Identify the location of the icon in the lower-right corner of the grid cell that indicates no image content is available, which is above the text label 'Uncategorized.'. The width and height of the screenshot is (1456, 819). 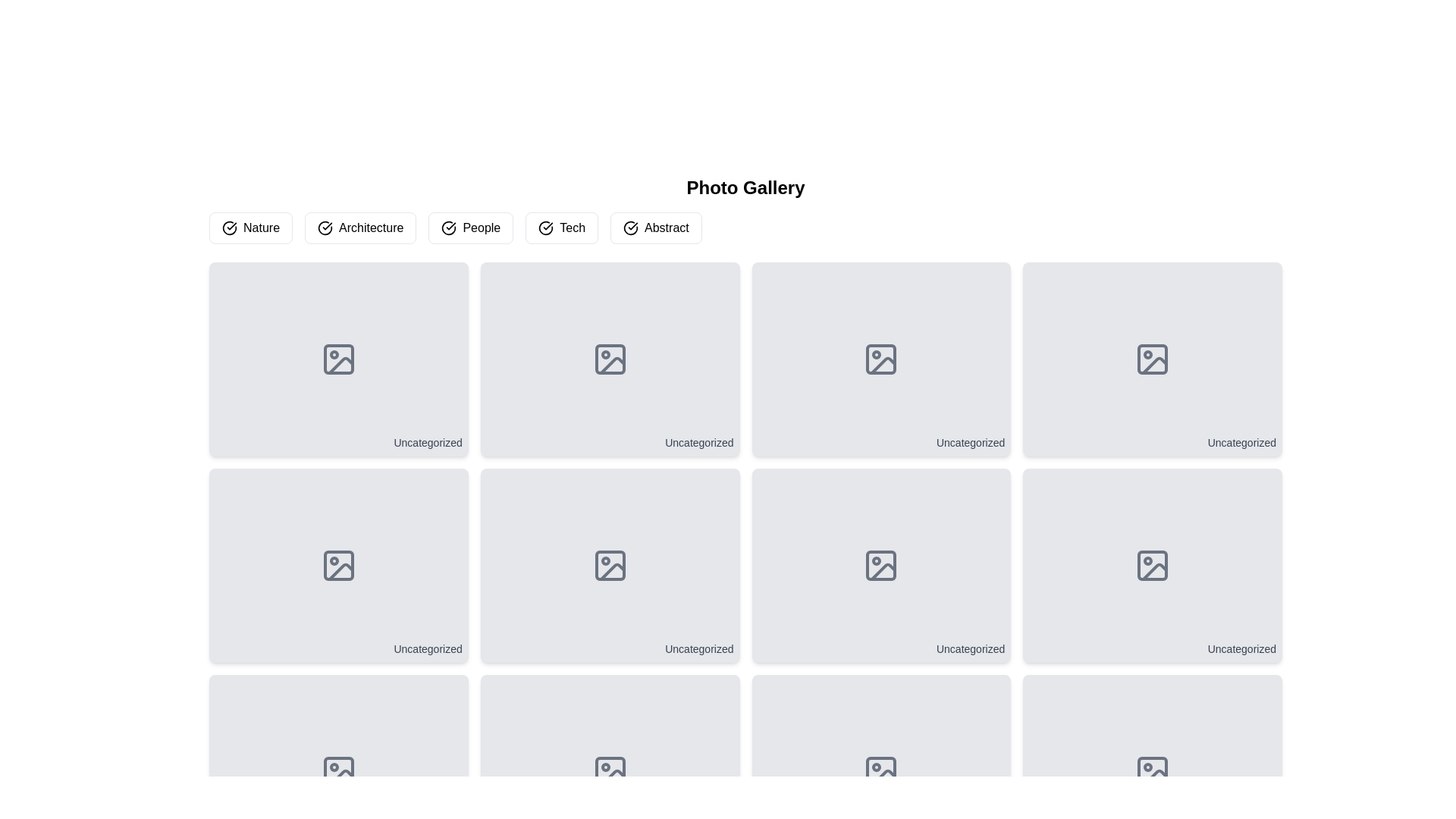
(337, 772).